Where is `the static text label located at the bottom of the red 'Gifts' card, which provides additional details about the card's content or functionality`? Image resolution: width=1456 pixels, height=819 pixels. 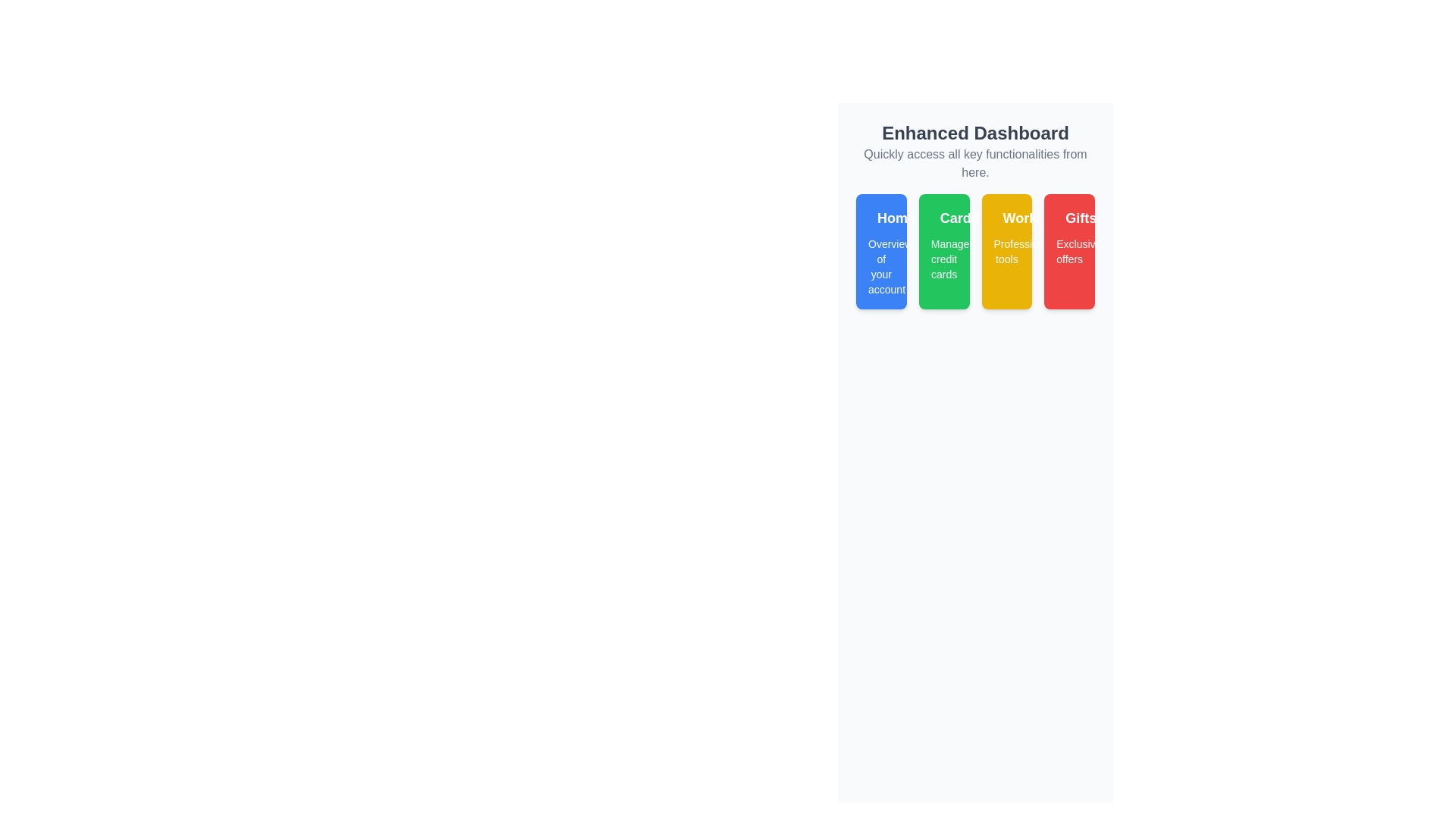 the static text label located at the bottom of the red 'Gifts' card, which provides additional details about the card's content or functionality is located at coordinates (1068, 250).